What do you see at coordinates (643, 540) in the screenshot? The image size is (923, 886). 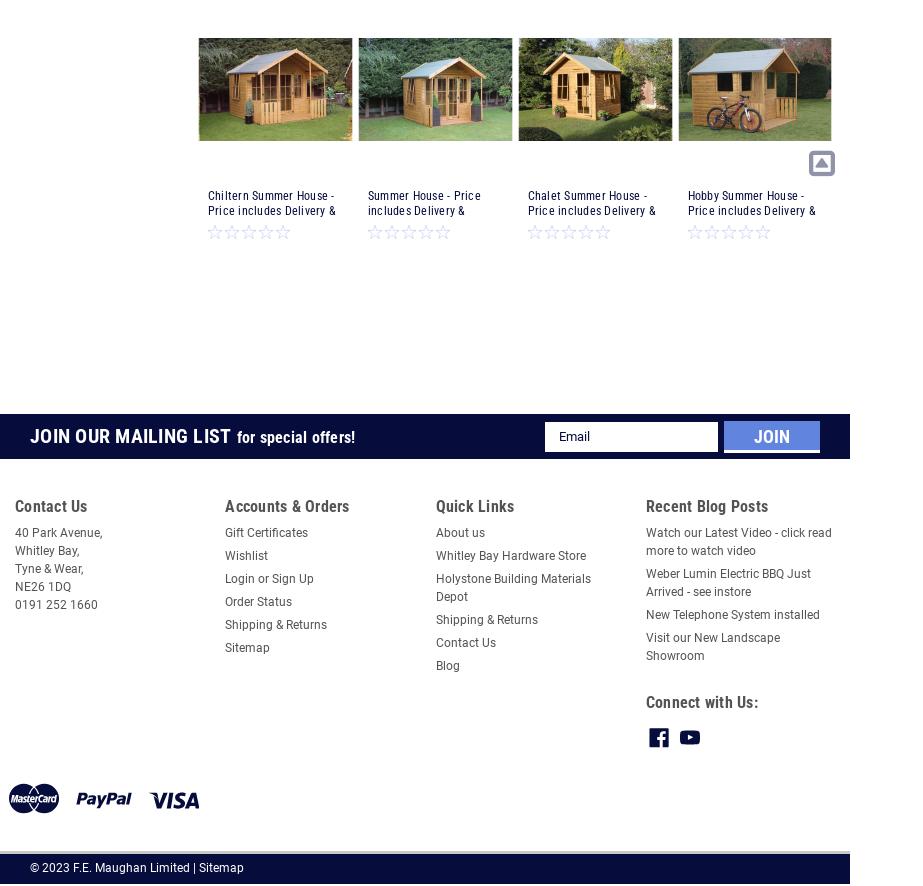 I see `'Watch our Latest Video - click read more to watch video'` at bounding box center [643, 540].